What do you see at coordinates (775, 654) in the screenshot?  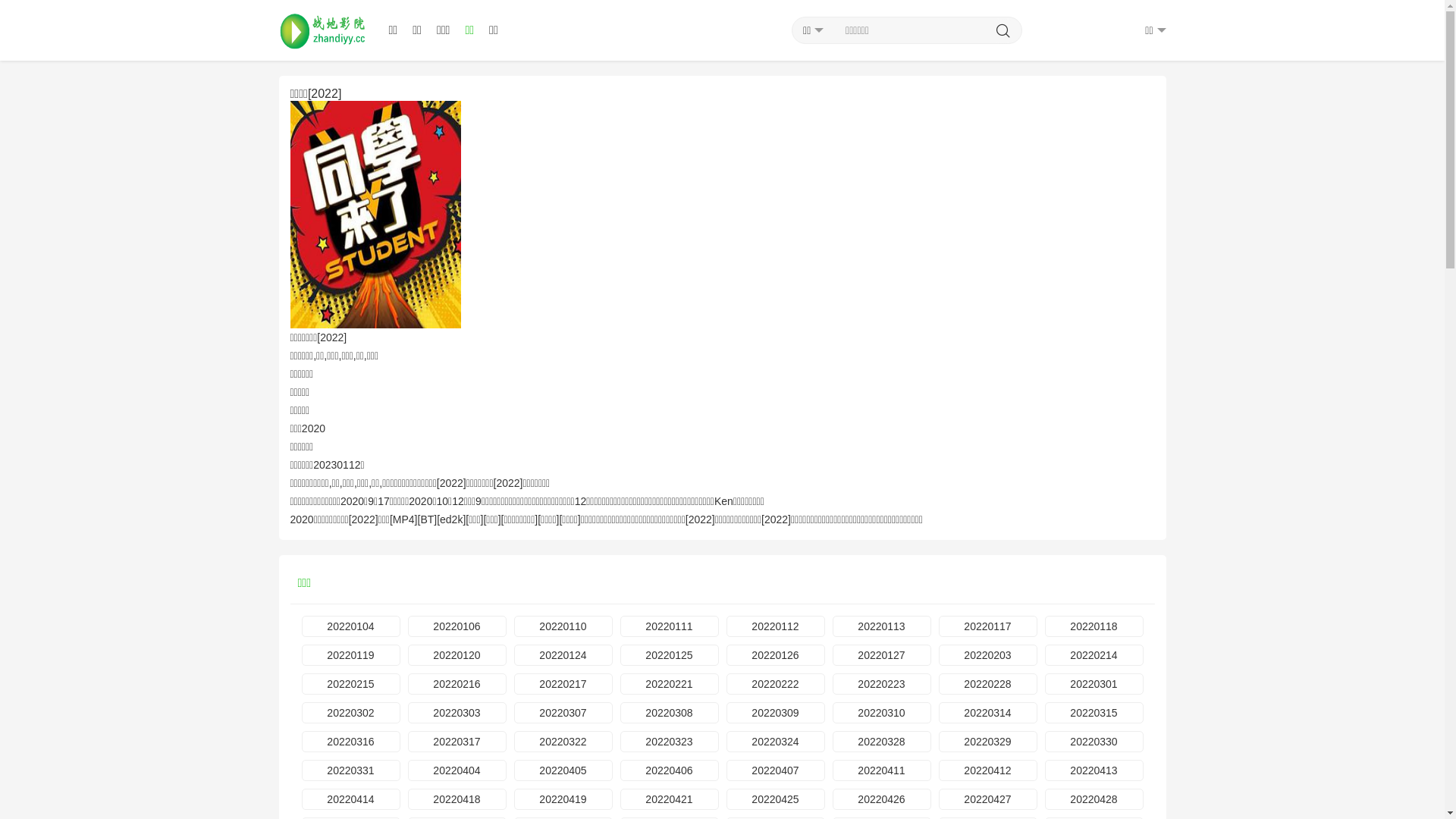 I see `'20220126'` at bounding box center [775, 654].